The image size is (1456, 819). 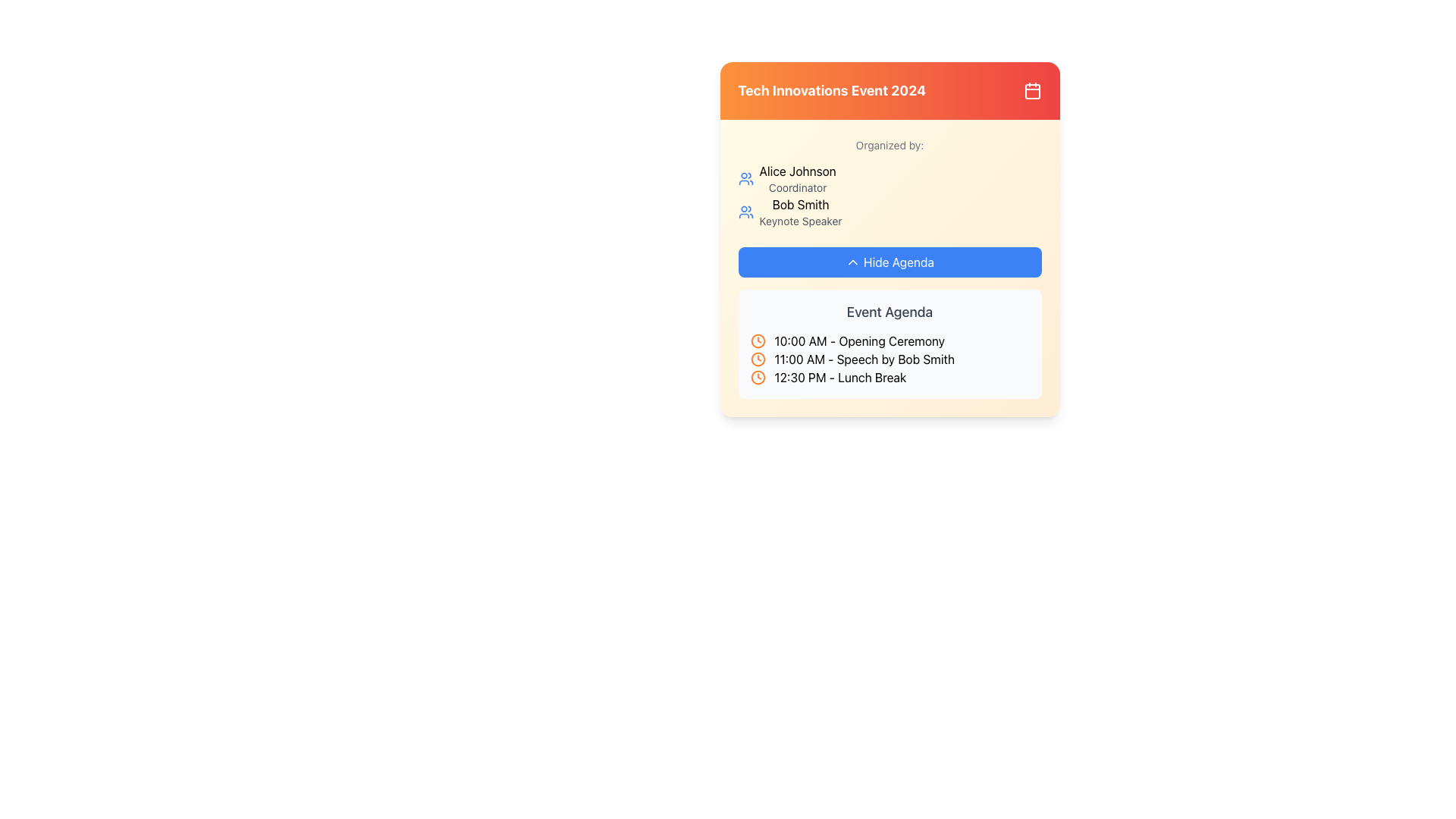 What do you see at coordinates (890, 262) in the screenshot?
I see `the 'Hide Agenda' button with a blue background and white text` at bounding box center [890, 262].